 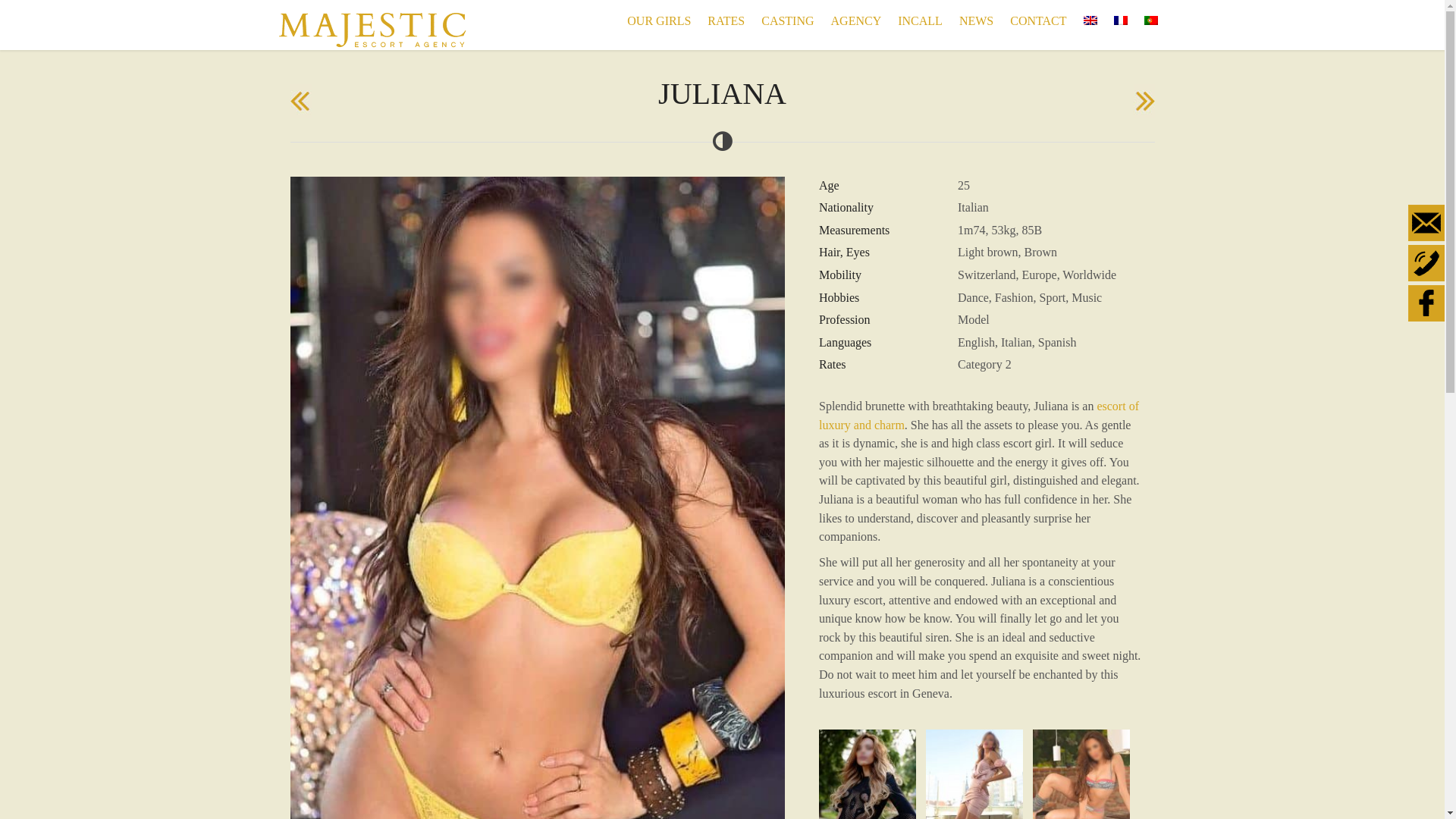 What do you see at coordinates (1426, 303) in the screenshot?
I see `'Facebook'` at bounding box center [1426, 303].